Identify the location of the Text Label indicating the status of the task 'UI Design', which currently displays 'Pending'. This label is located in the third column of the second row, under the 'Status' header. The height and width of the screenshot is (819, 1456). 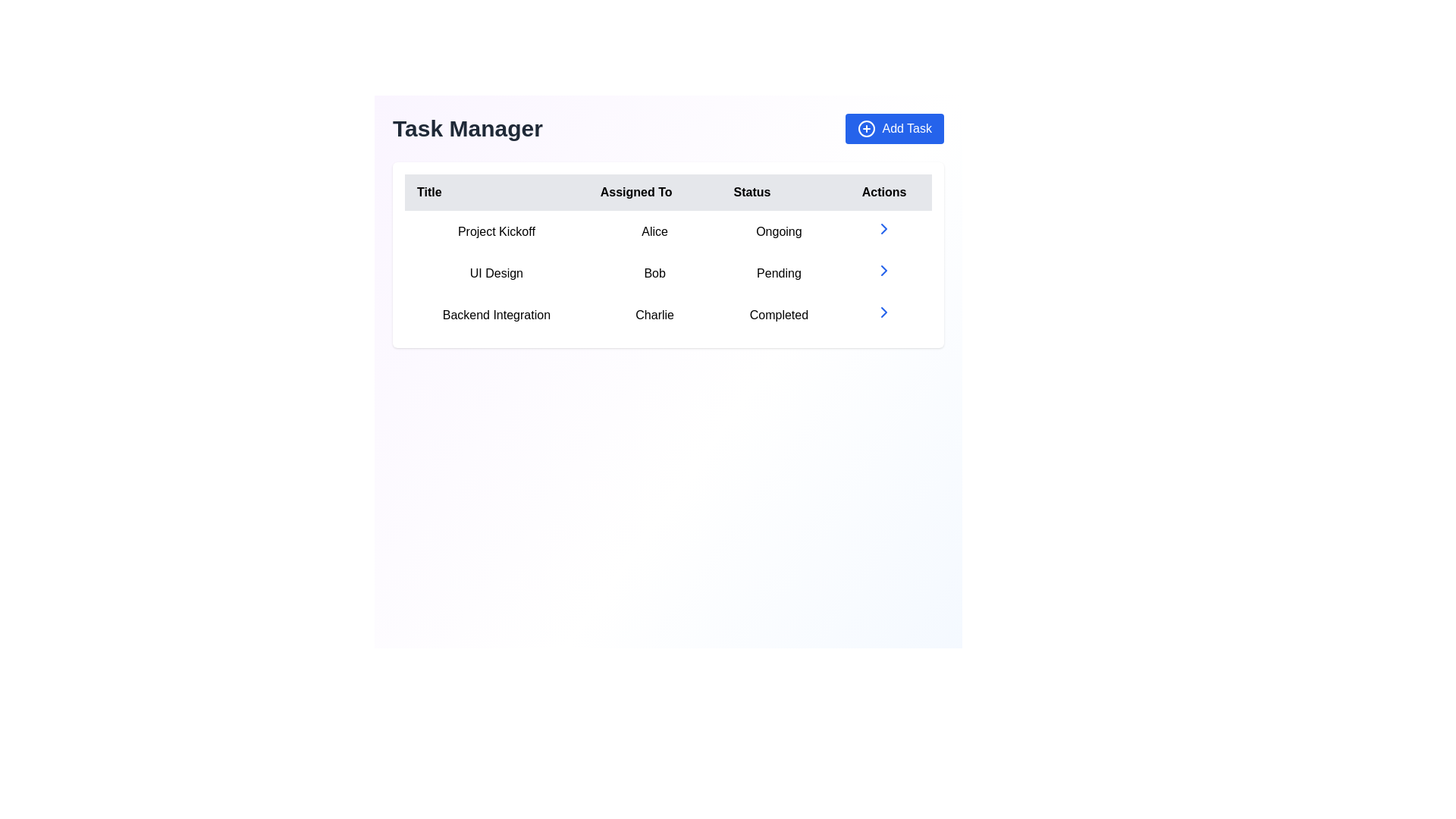
(779, 273).